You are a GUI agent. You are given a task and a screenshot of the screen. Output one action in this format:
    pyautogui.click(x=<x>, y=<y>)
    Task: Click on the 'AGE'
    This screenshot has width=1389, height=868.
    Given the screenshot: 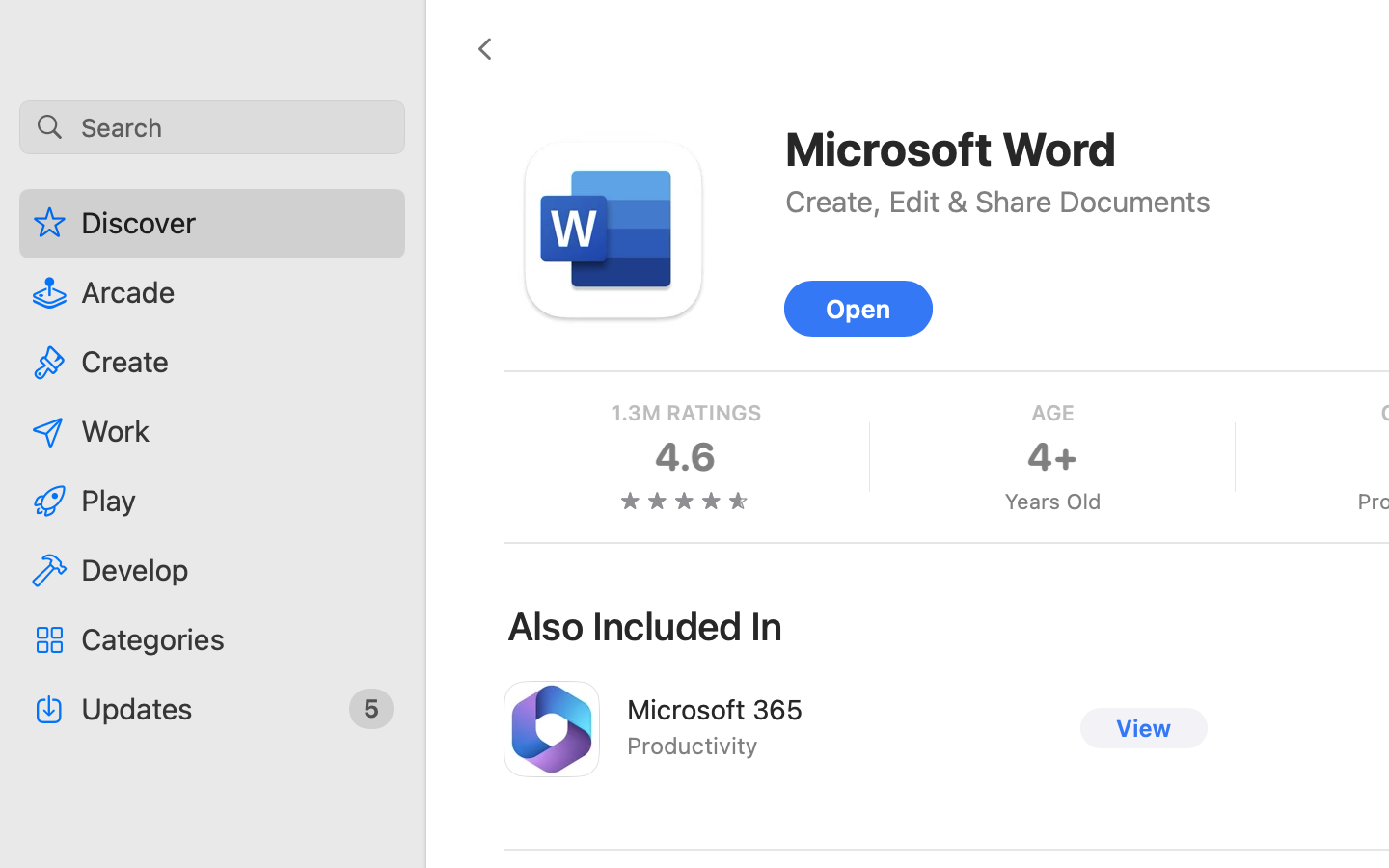 What is the action you would take?
    pyautogui.click(x=1050, y=413)
    